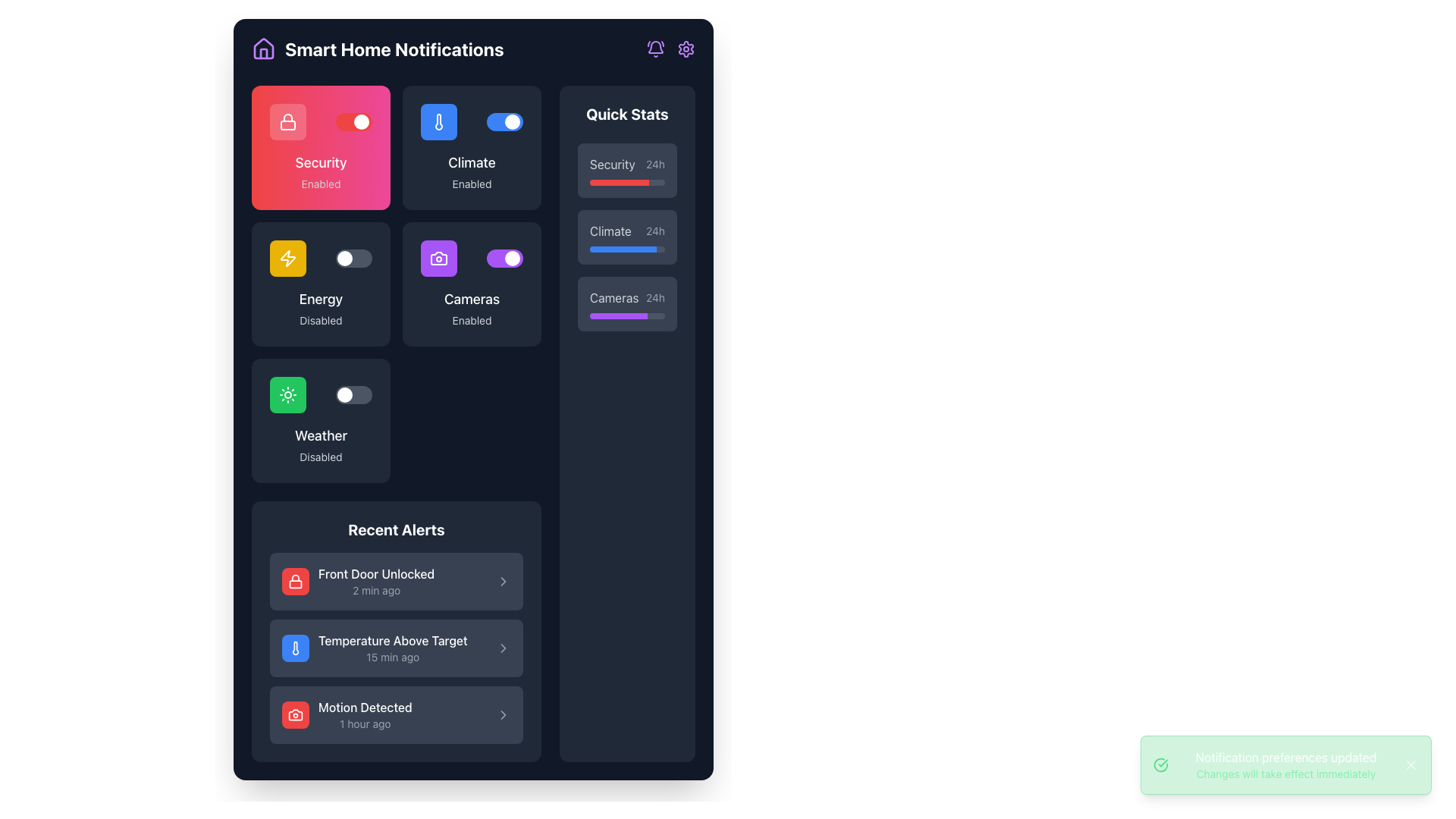 The image size is (1456, 819). What do you see at coordinates (513, 121) in the screenshot?
I see `the rightmost circular toggle of the light blue rectangular switch in the 'Security' section, which indicates an active state` at bounding box center [513, 121].